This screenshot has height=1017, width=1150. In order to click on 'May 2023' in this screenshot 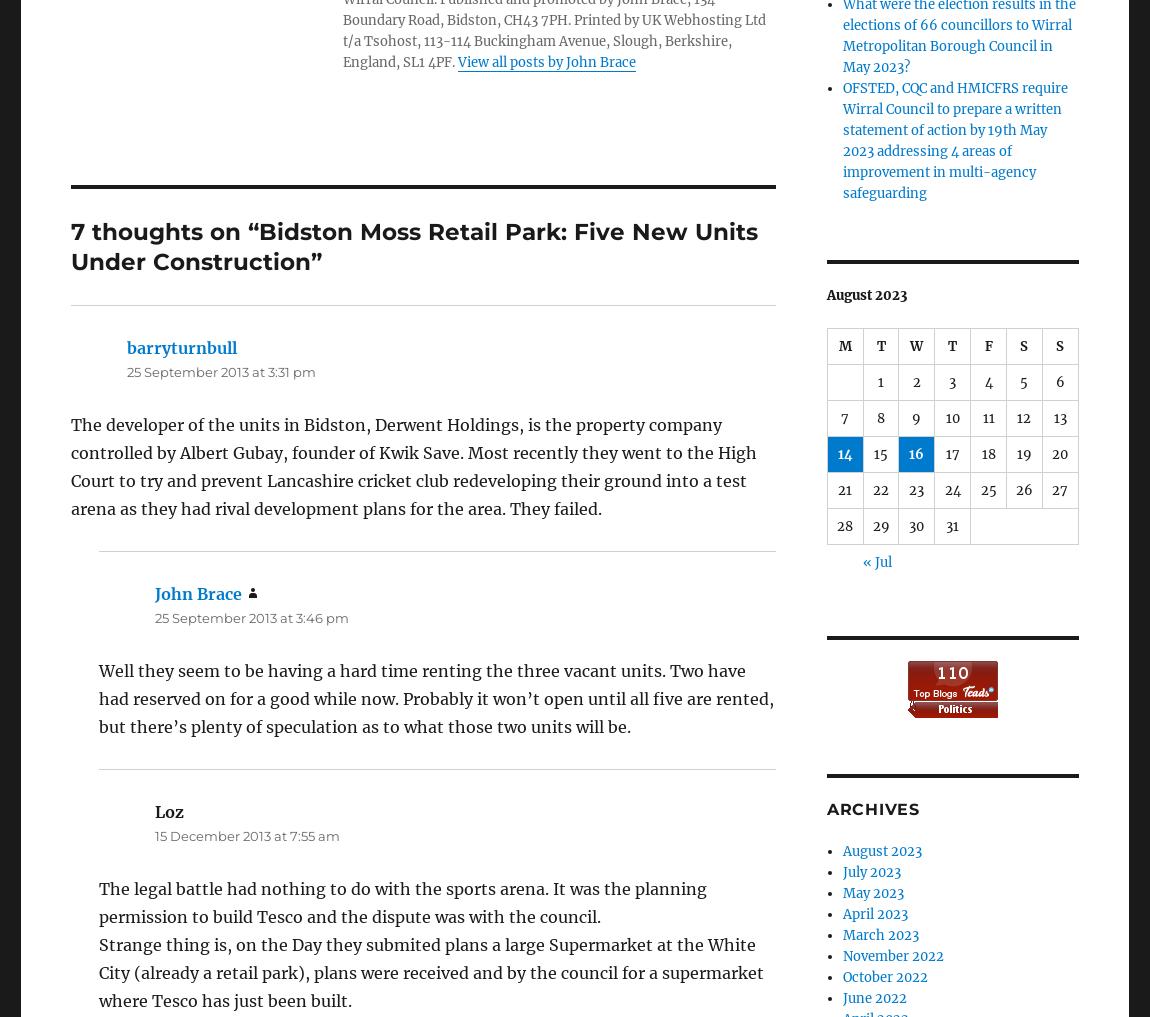, I will do `click(841, 893)`.